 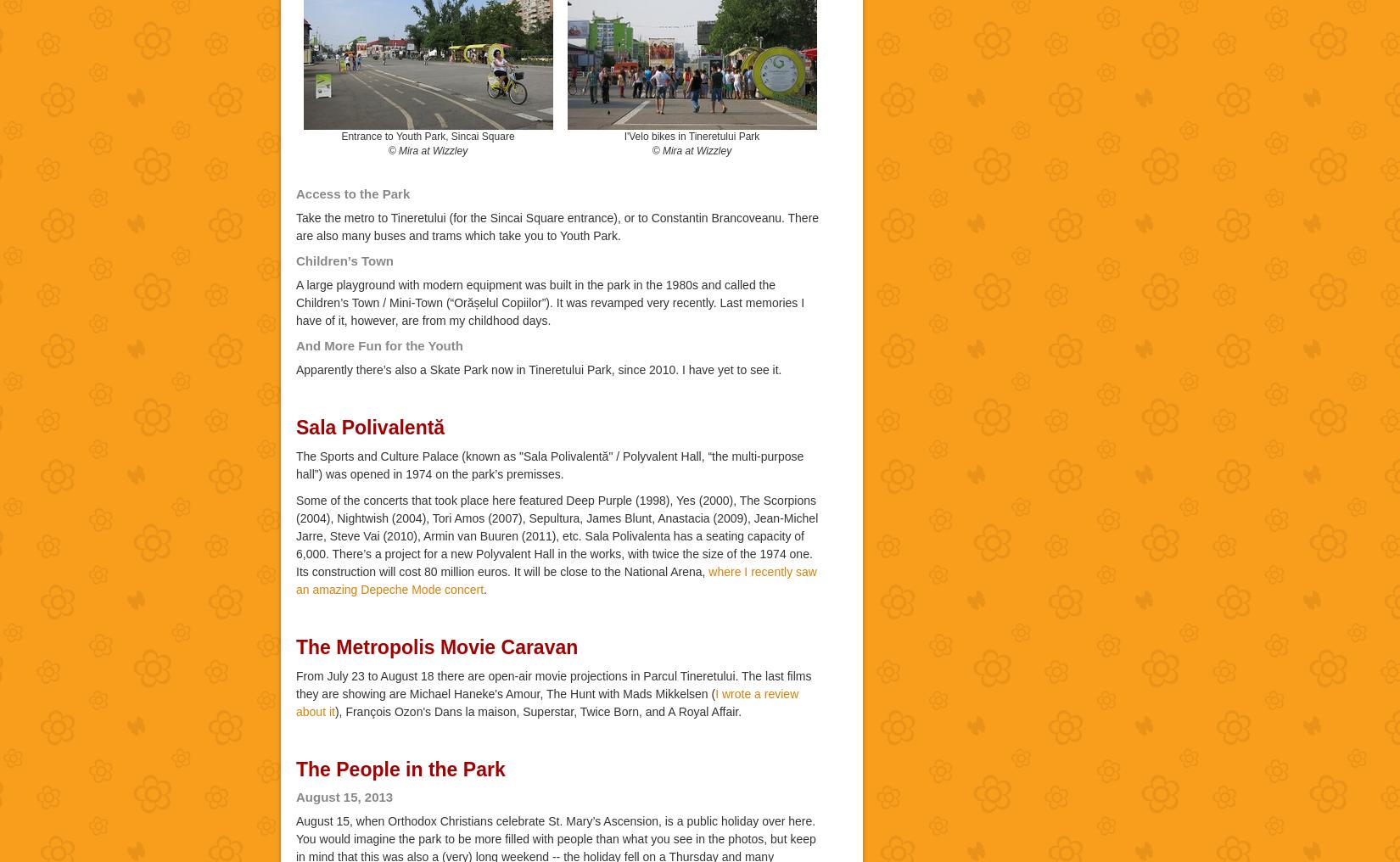 I want to click on 'From July 23 to August 18 there are open-air movie projections in Parcul Tineretului. The last films they are showing are Michael Haneke's Amour, The Hunt with Mads Mikkelsen (', so click(x=552, y=684).